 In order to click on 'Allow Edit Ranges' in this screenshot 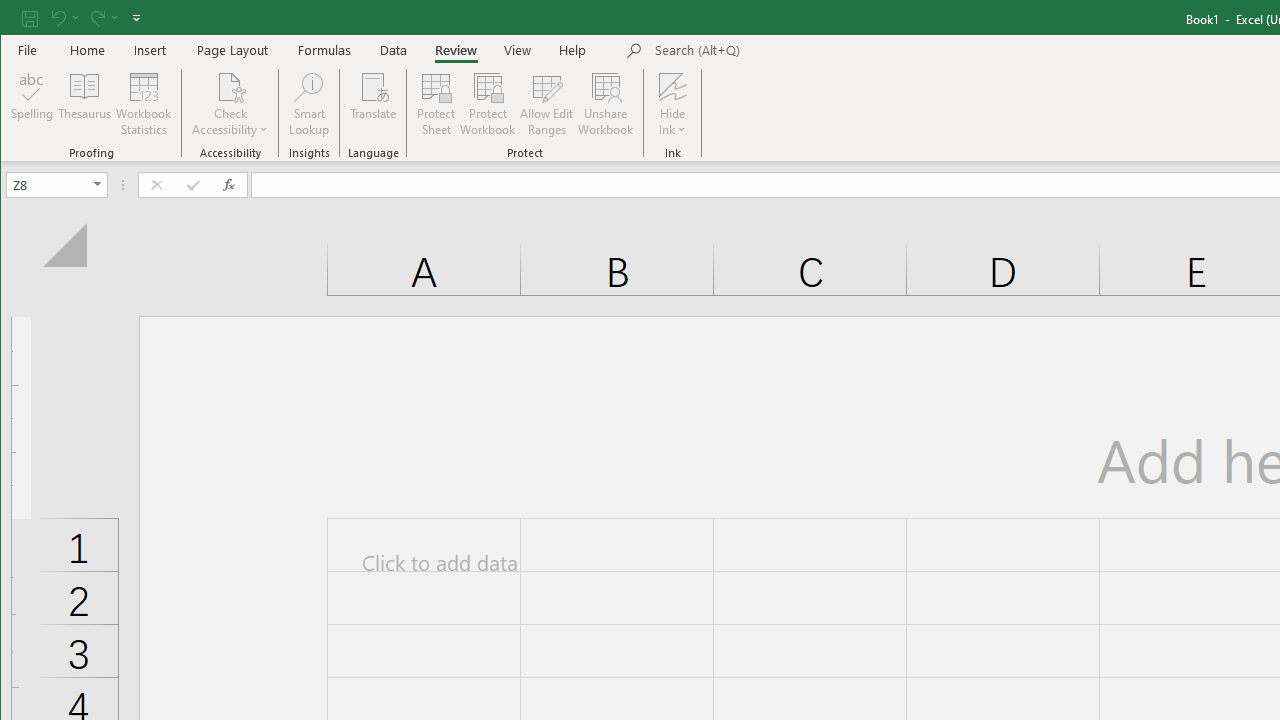, I will do `click(547, 104)`.